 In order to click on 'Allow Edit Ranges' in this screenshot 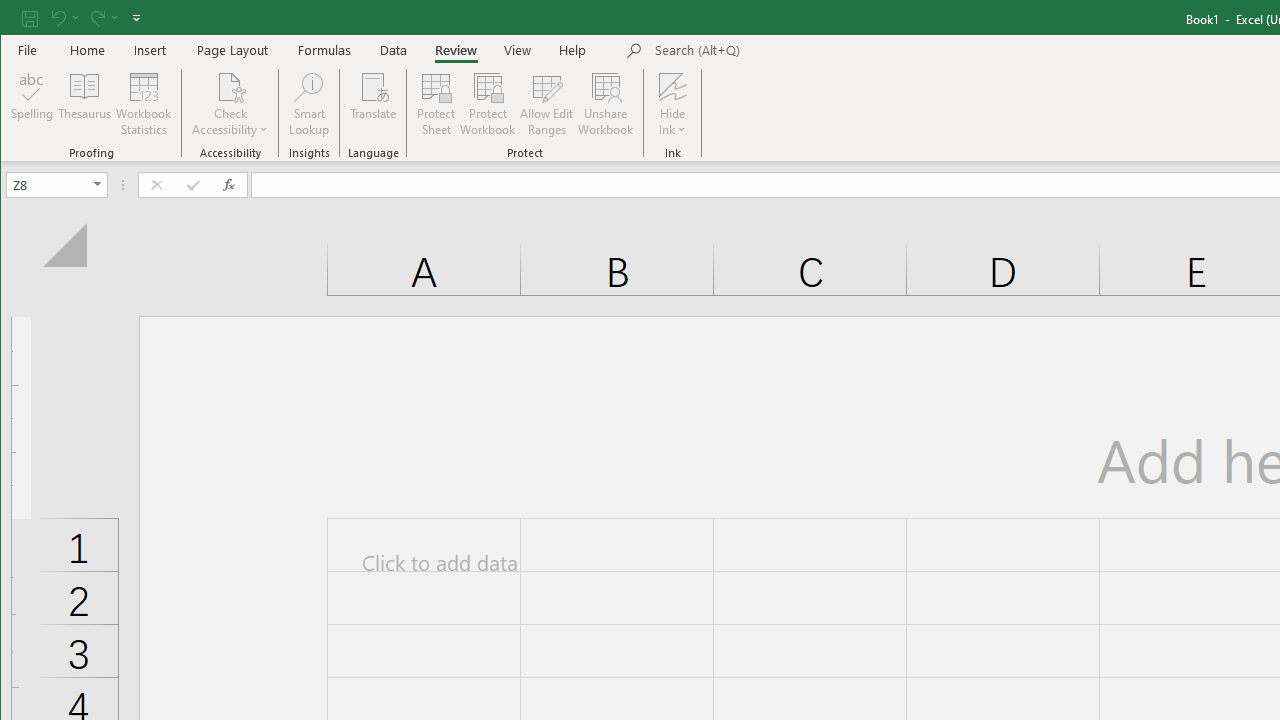, I will do `click(547, 104)`.